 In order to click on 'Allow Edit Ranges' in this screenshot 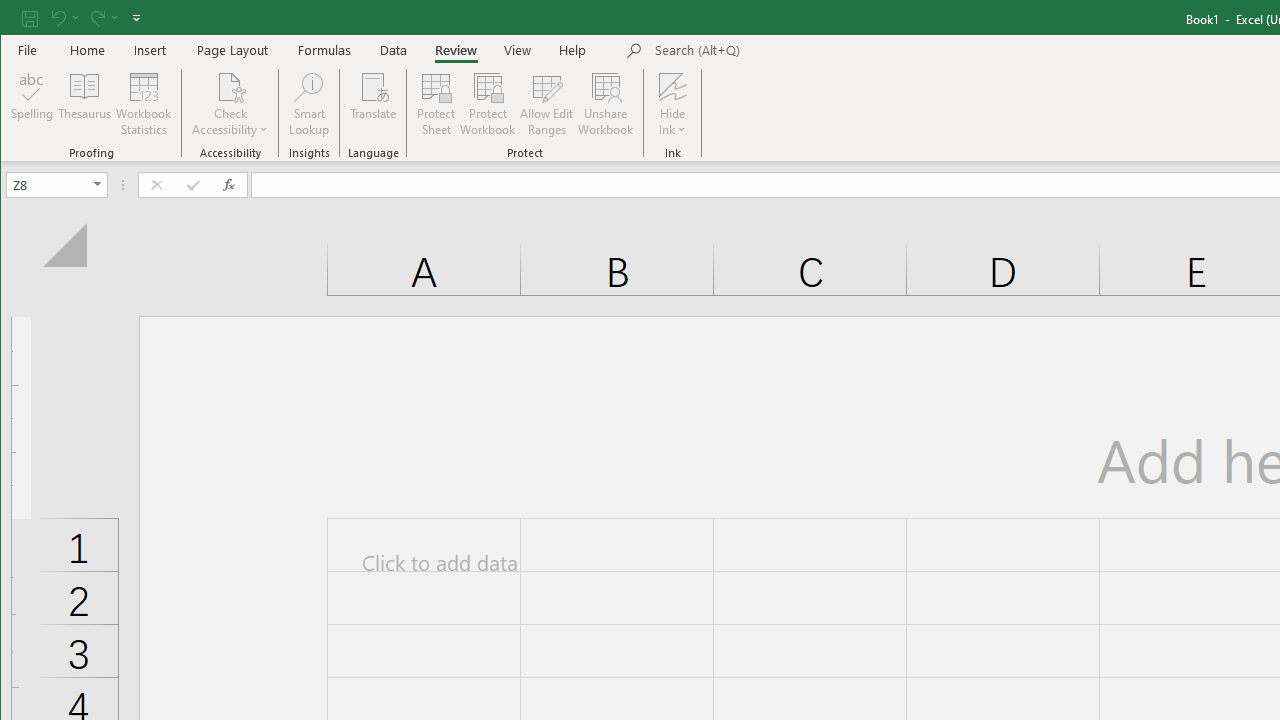, I will do `click(547, 104)`.